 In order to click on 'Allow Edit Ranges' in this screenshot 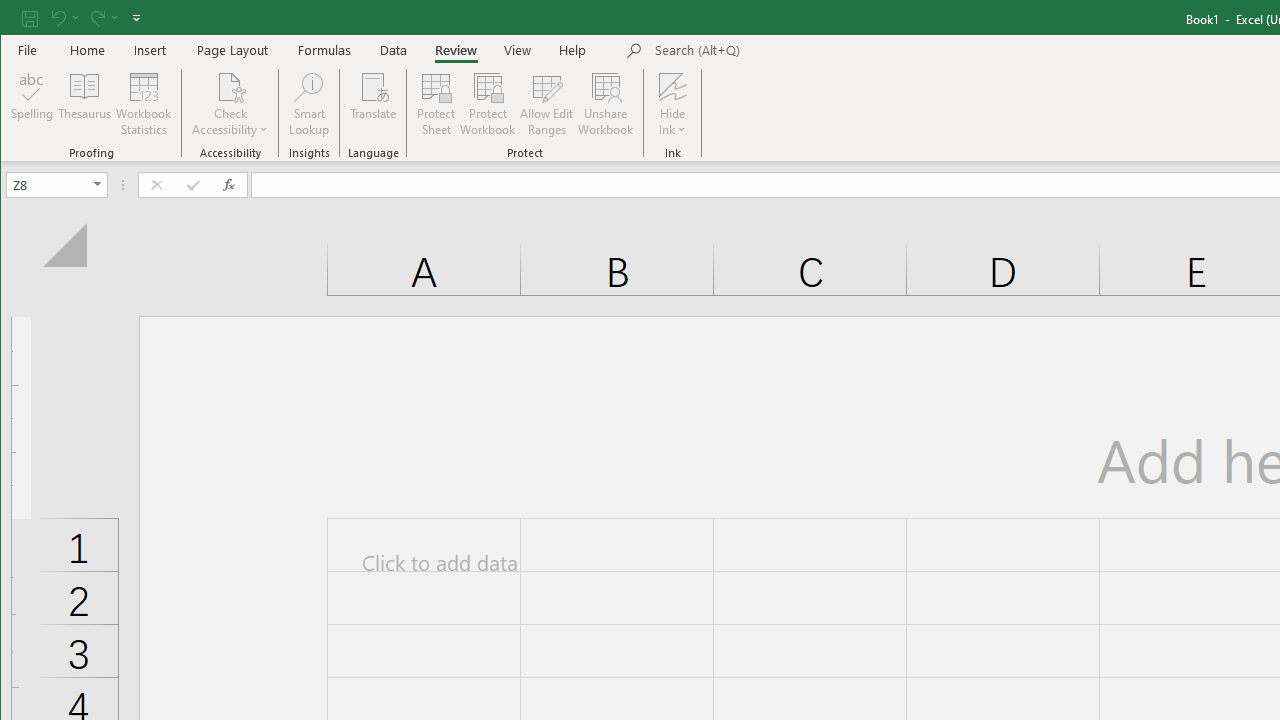, I will do `click(547, 104)`.